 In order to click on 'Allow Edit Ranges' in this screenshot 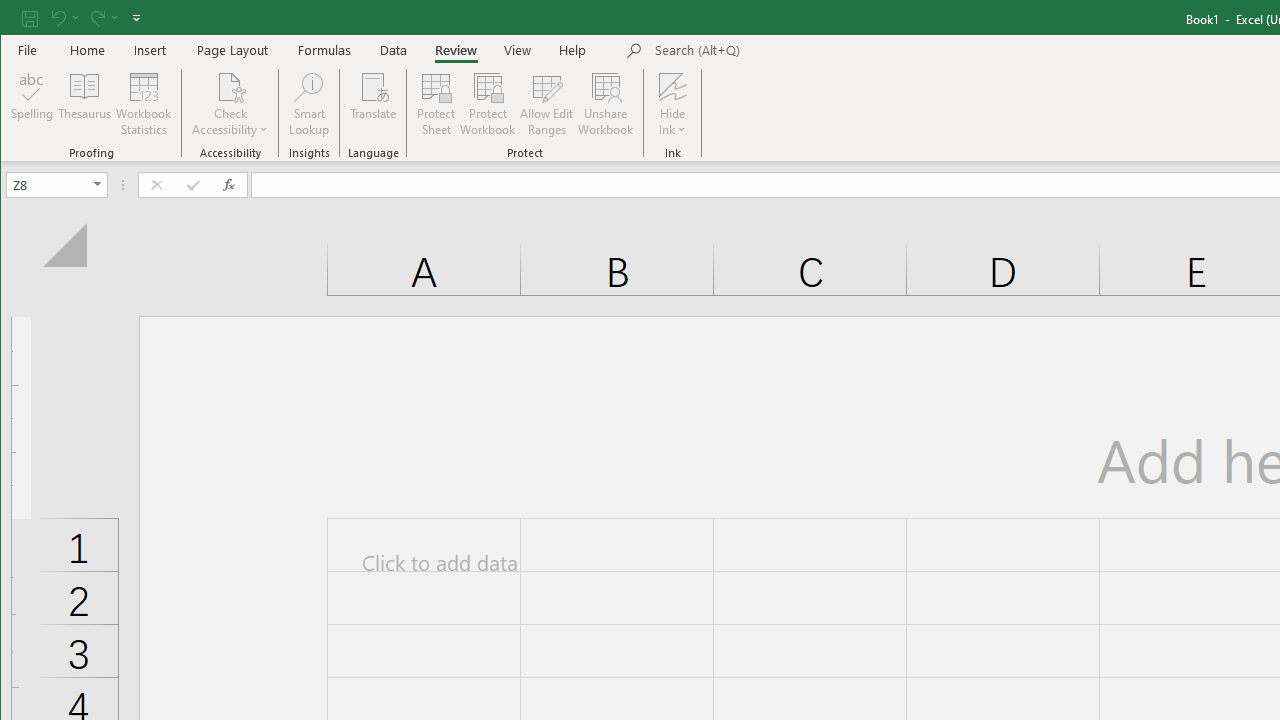, I will do `click(547, 104)`.